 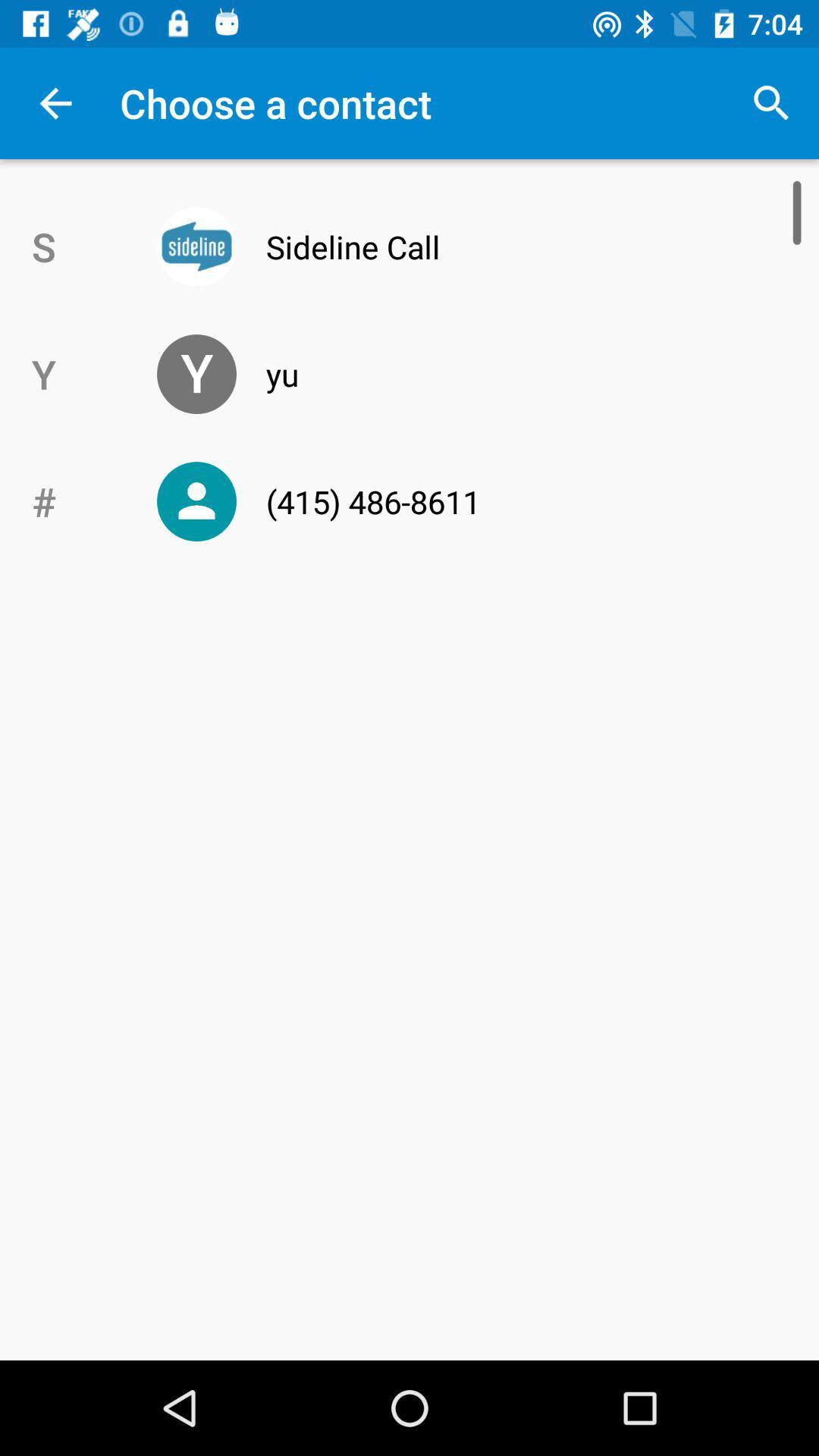 I want to click on icon above the s app, so click(x=55, y=102).